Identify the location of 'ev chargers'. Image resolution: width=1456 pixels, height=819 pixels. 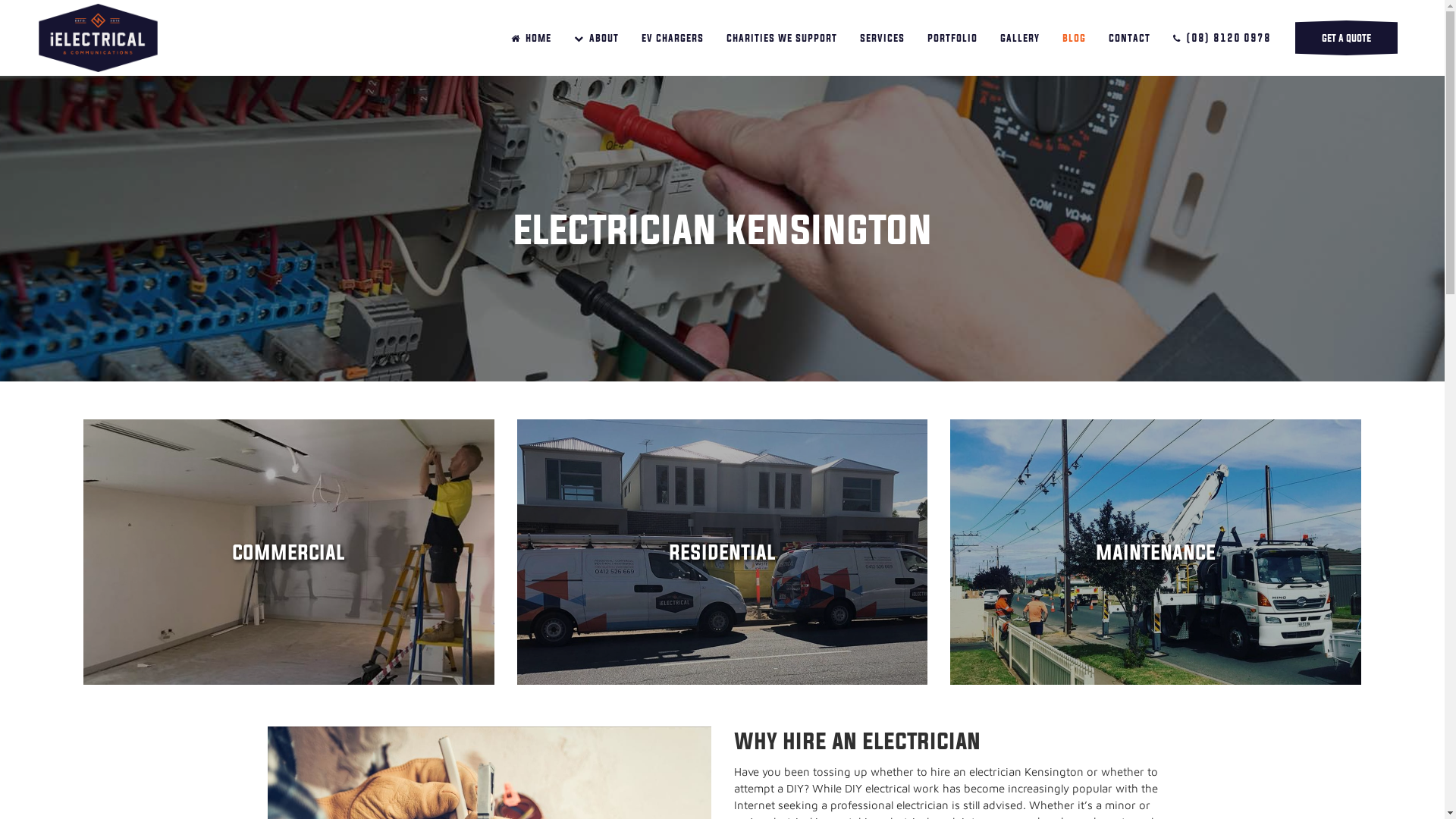
(672, 37).